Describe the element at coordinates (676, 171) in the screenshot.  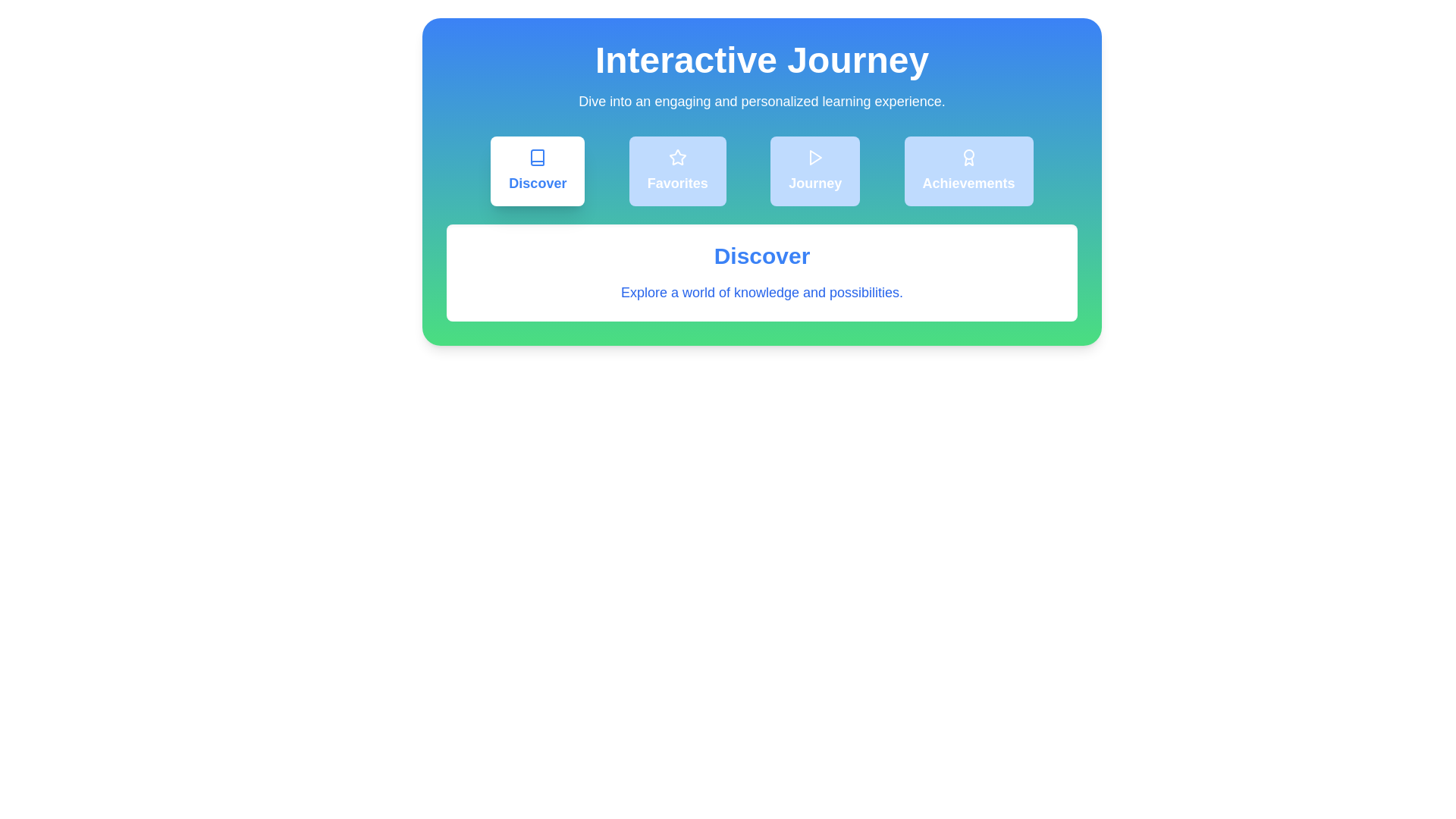
I see `the Favorites tab to view its content` at that location.